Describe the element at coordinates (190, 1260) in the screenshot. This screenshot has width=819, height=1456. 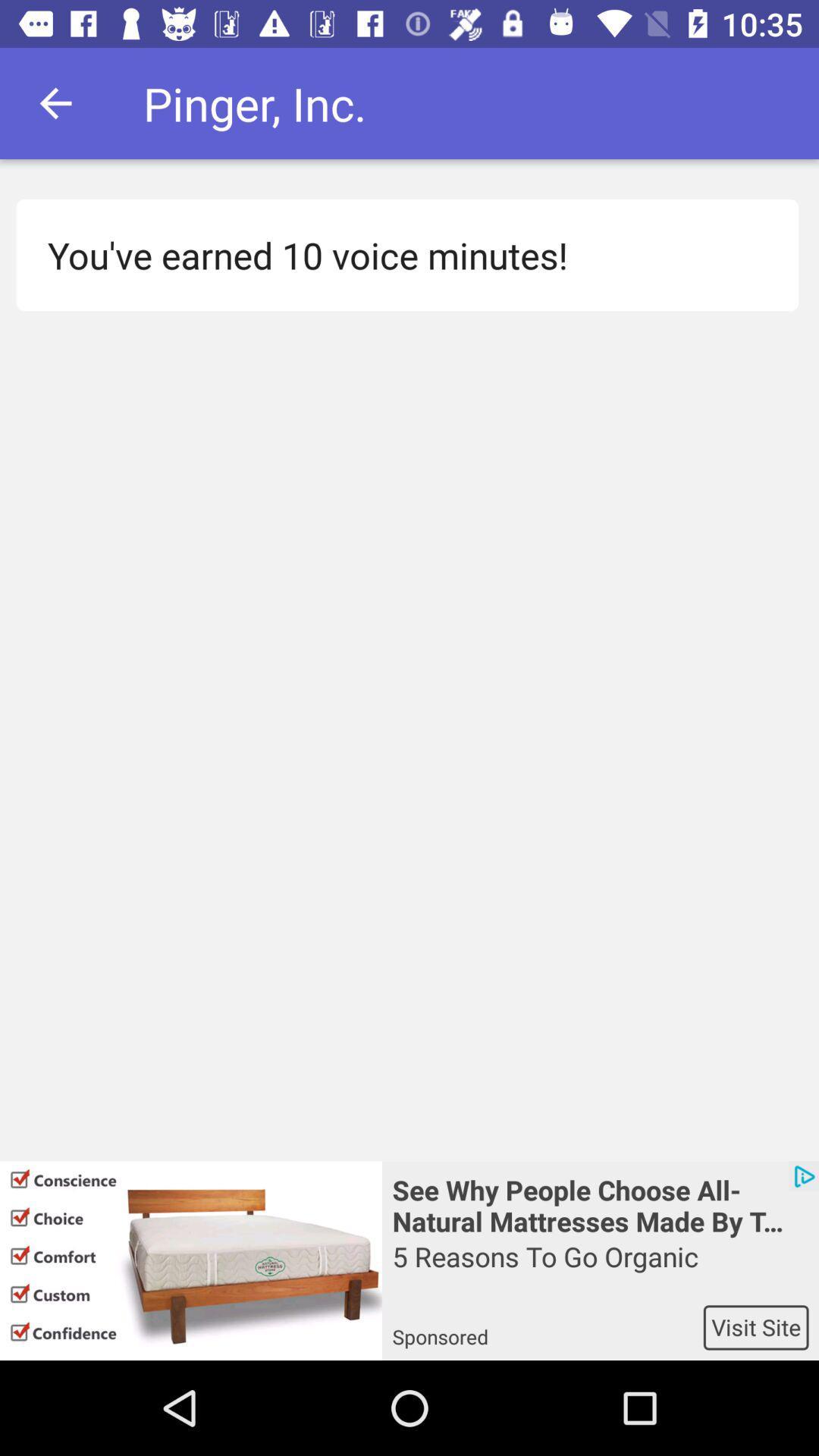
I see `the icon at the bottom left corner` at that location.